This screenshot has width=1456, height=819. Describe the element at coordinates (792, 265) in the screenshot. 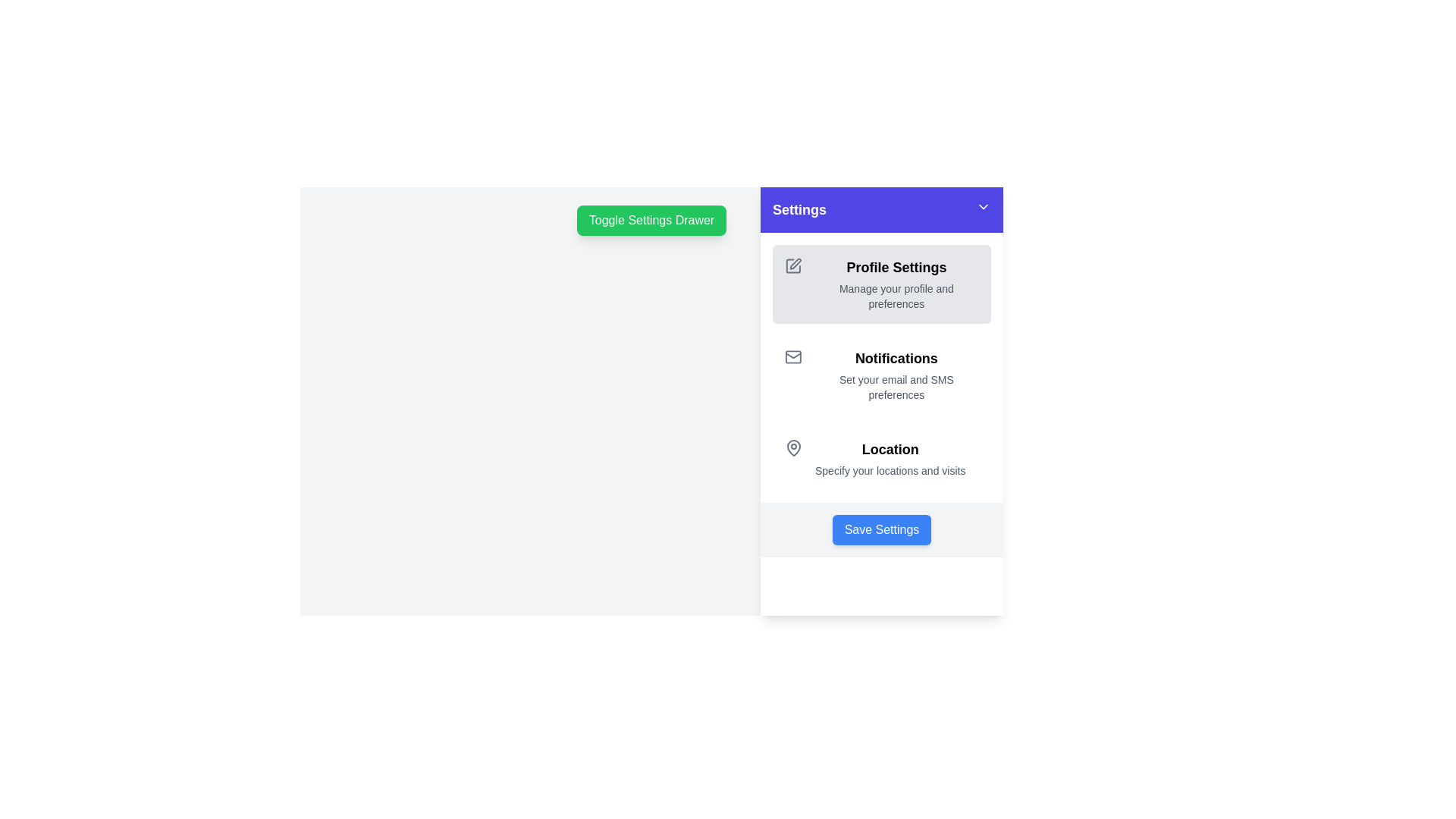

I see `the icon depicting a square with a pen symbol located in the top-left corner of the 'Profile Settings' section to initiate editing` at that location.